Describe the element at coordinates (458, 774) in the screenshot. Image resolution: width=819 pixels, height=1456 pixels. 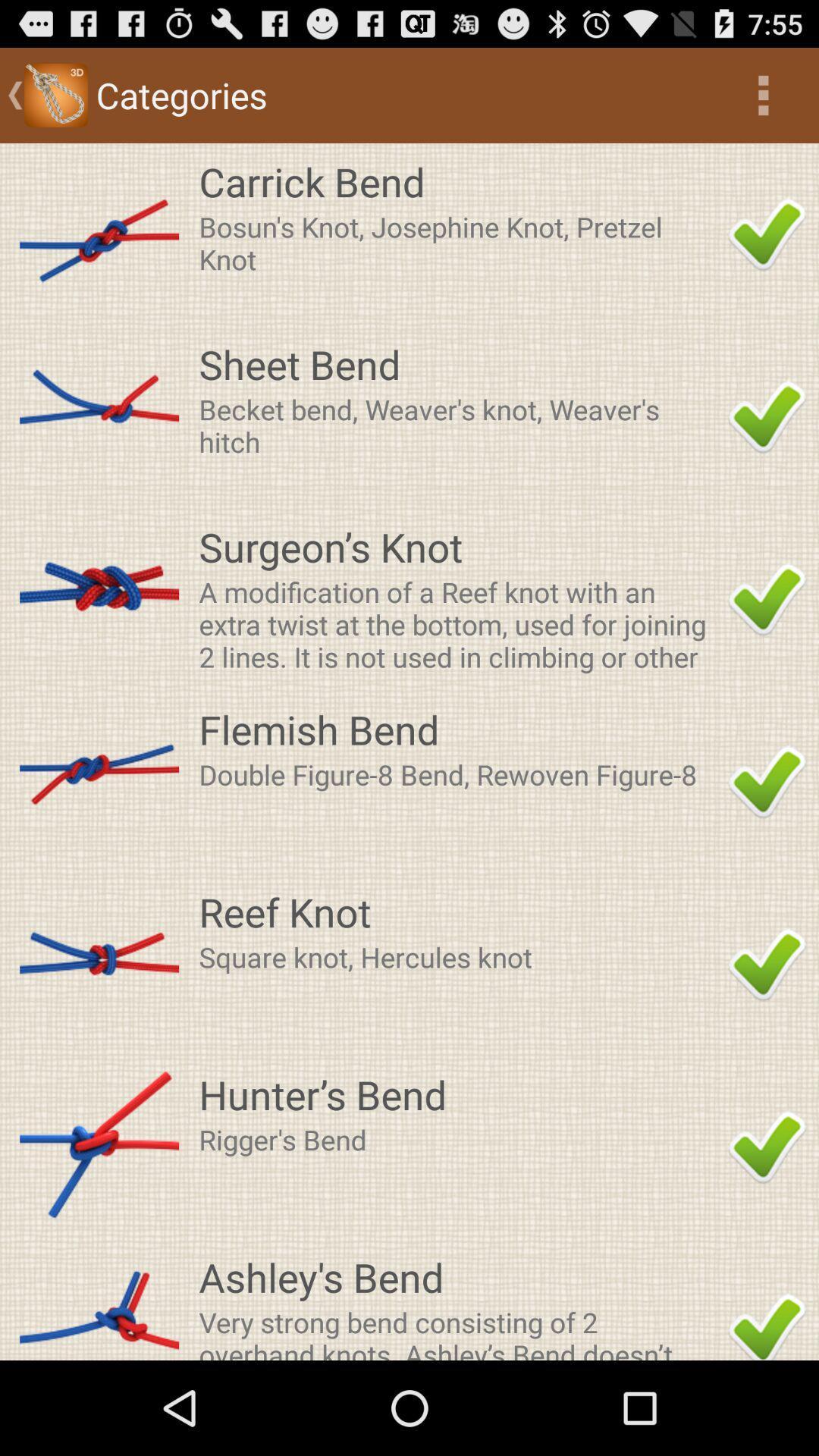
I see `double figure 8` at that location.